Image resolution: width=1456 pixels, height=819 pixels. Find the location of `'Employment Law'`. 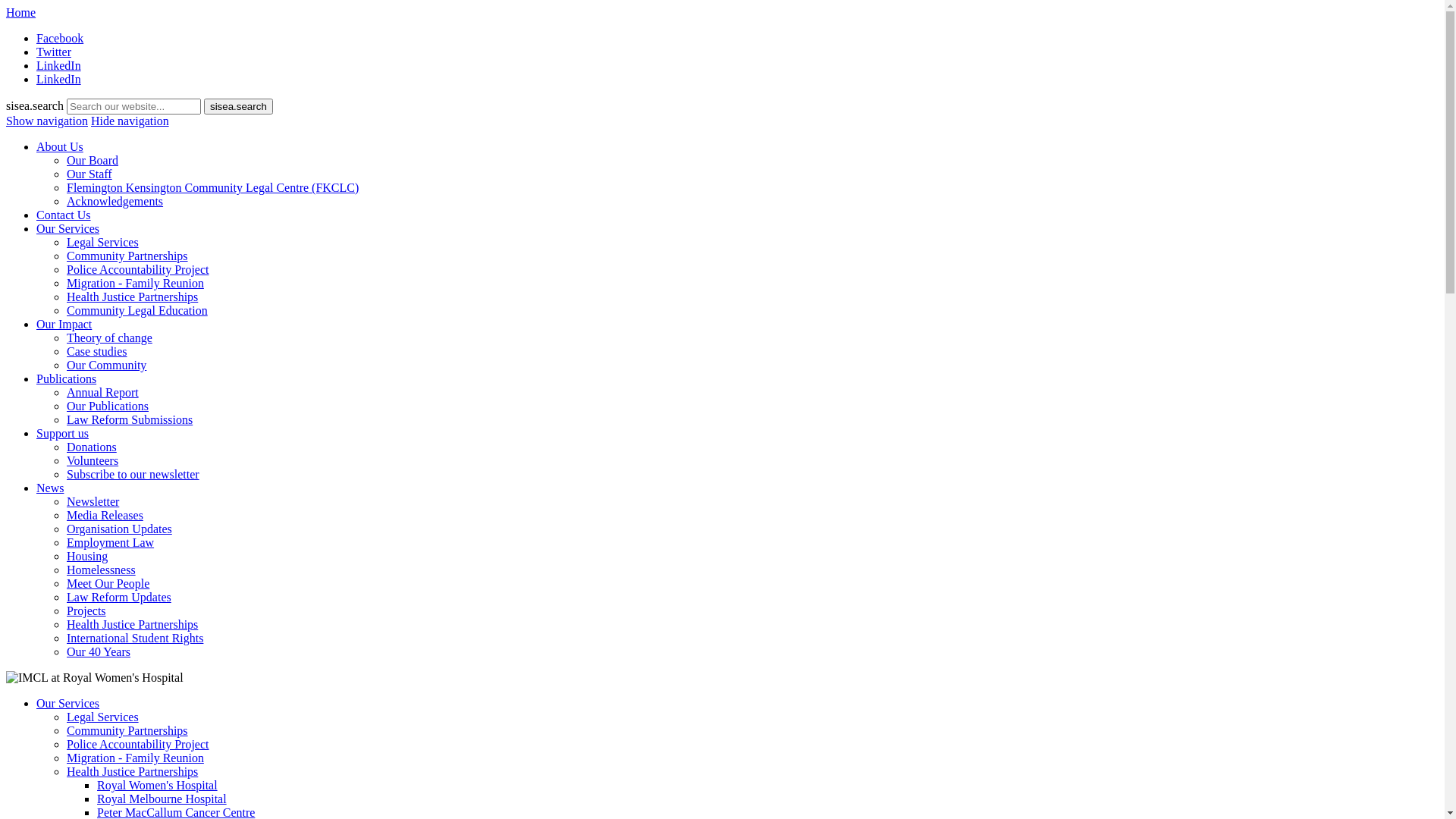

'Employment Law' is located at coordinates (109, 541).